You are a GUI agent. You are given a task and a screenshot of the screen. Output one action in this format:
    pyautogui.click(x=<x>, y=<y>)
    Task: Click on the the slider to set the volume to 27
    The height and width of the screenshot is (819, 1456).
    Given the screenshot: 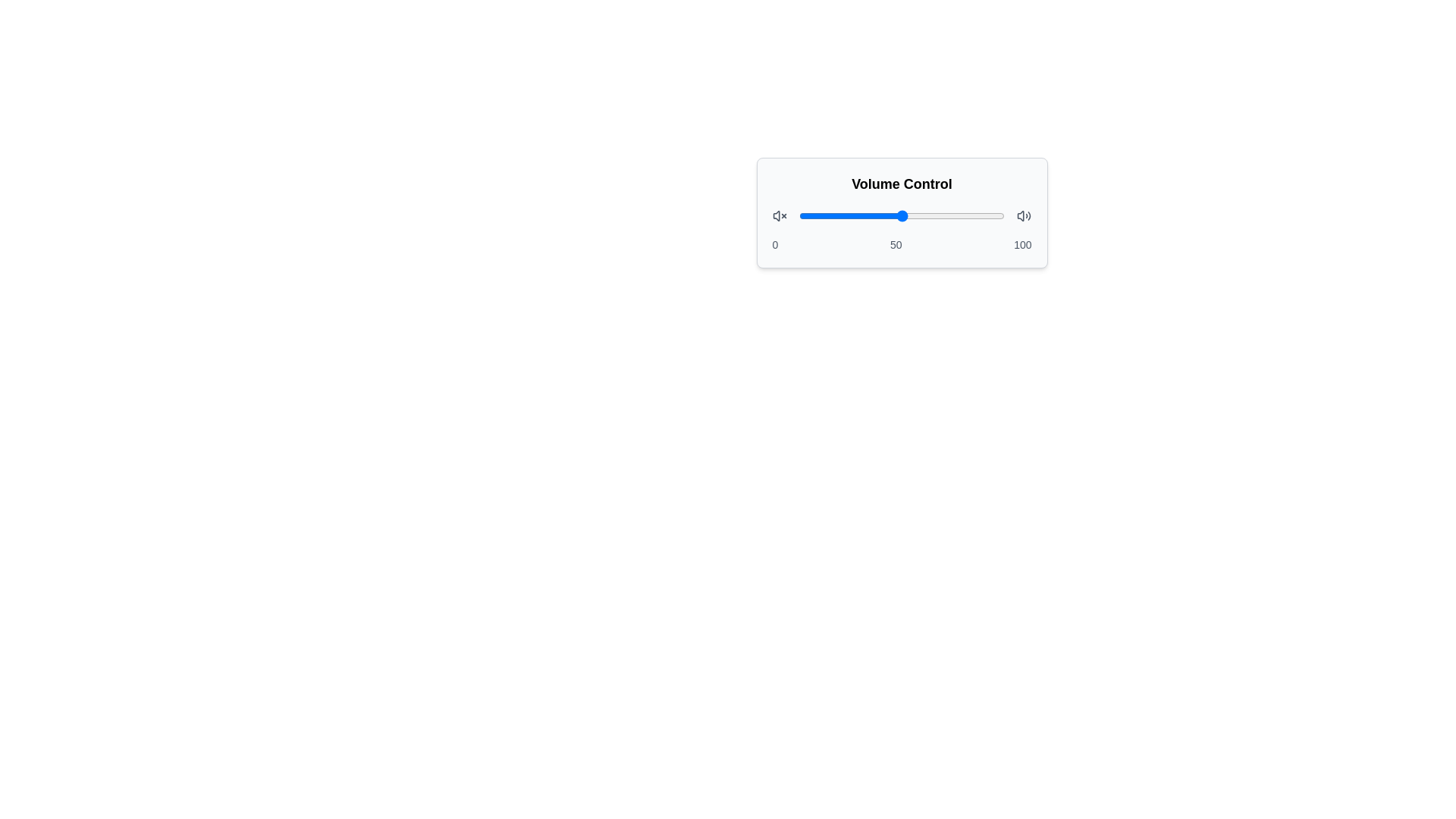 What is the action you would take?
    pyautogui.click(x=855, y=216)
    